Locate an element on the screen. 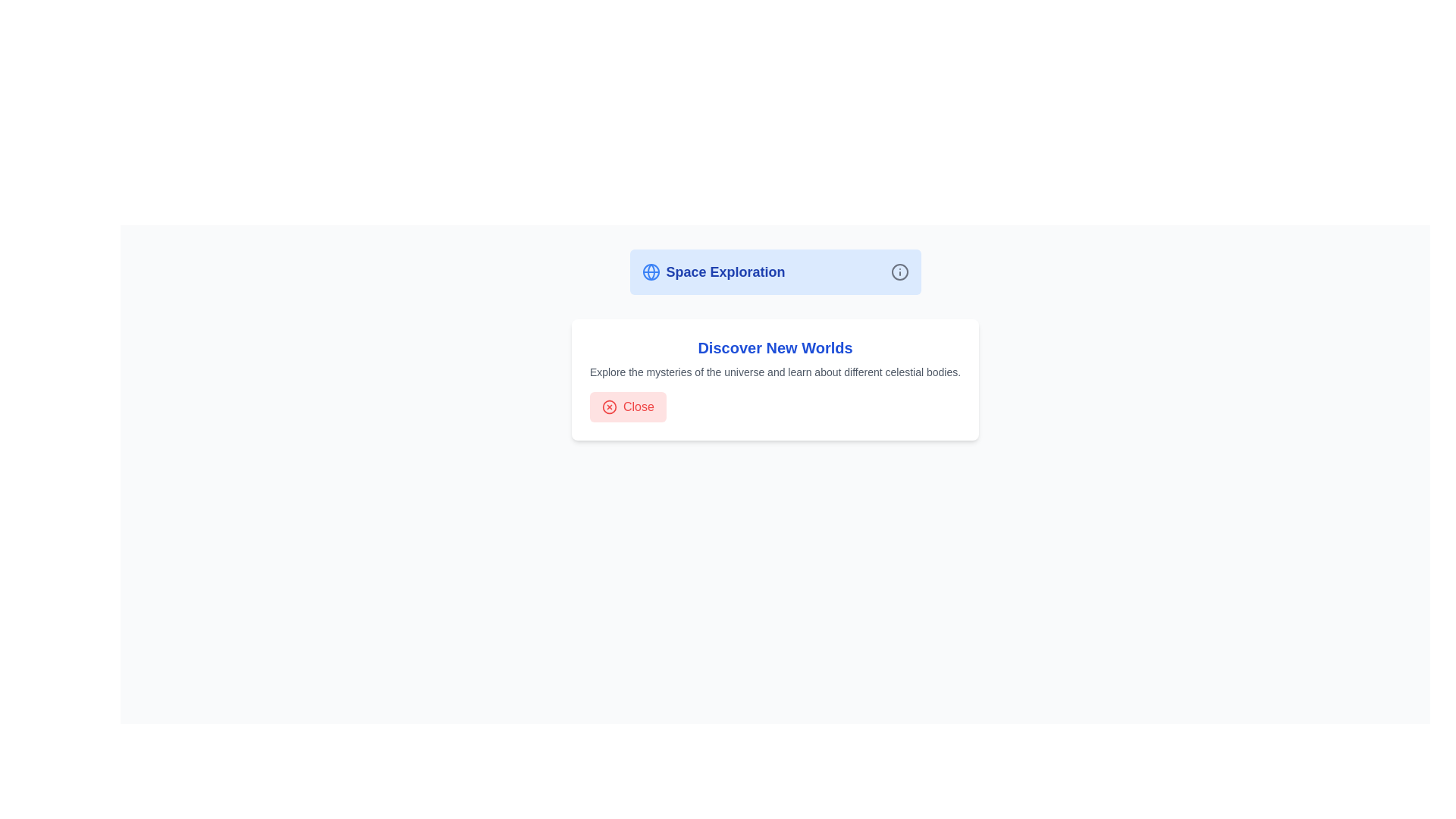 The height and width of the screenshot is (819, 1456). the dismissible button located below the text 'Explore the mysteries of the universe and learn about different celestial bodies' is located at coordinates (628, 406).